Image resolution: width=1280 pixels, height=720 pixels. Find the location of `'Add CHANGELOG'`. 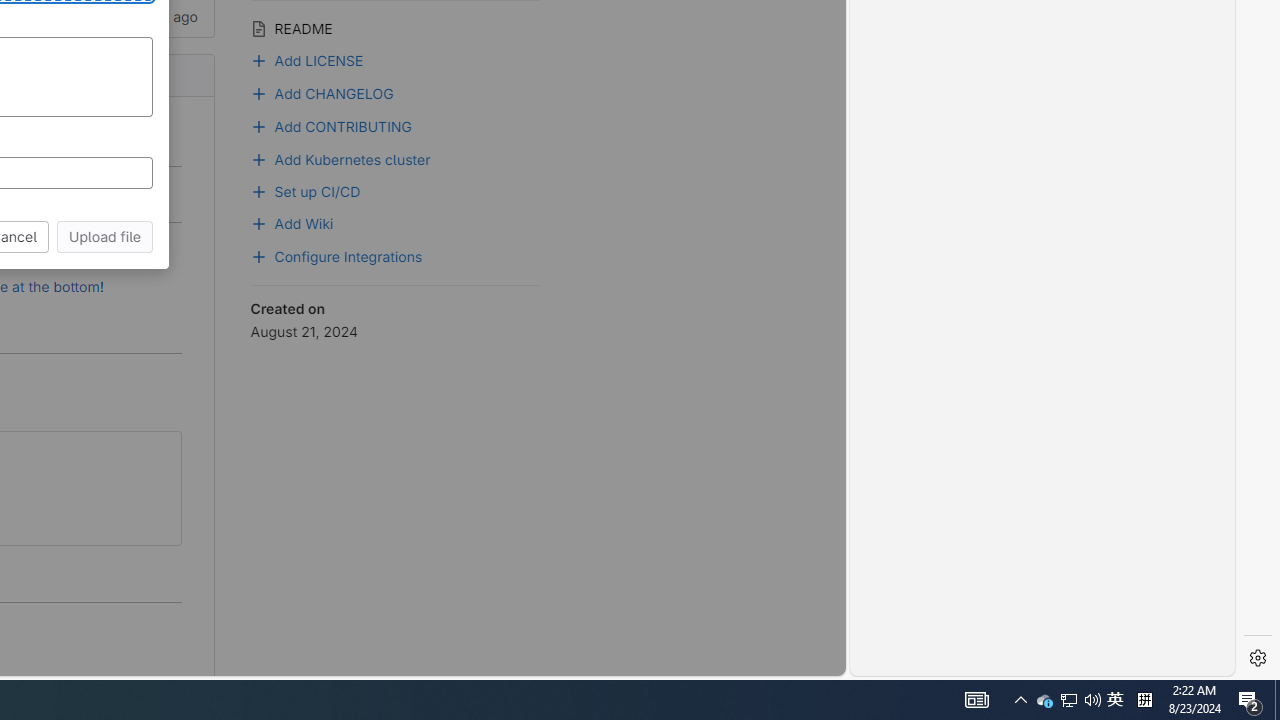

'Add CHANGELOG' is located at coordinates (323, 91).